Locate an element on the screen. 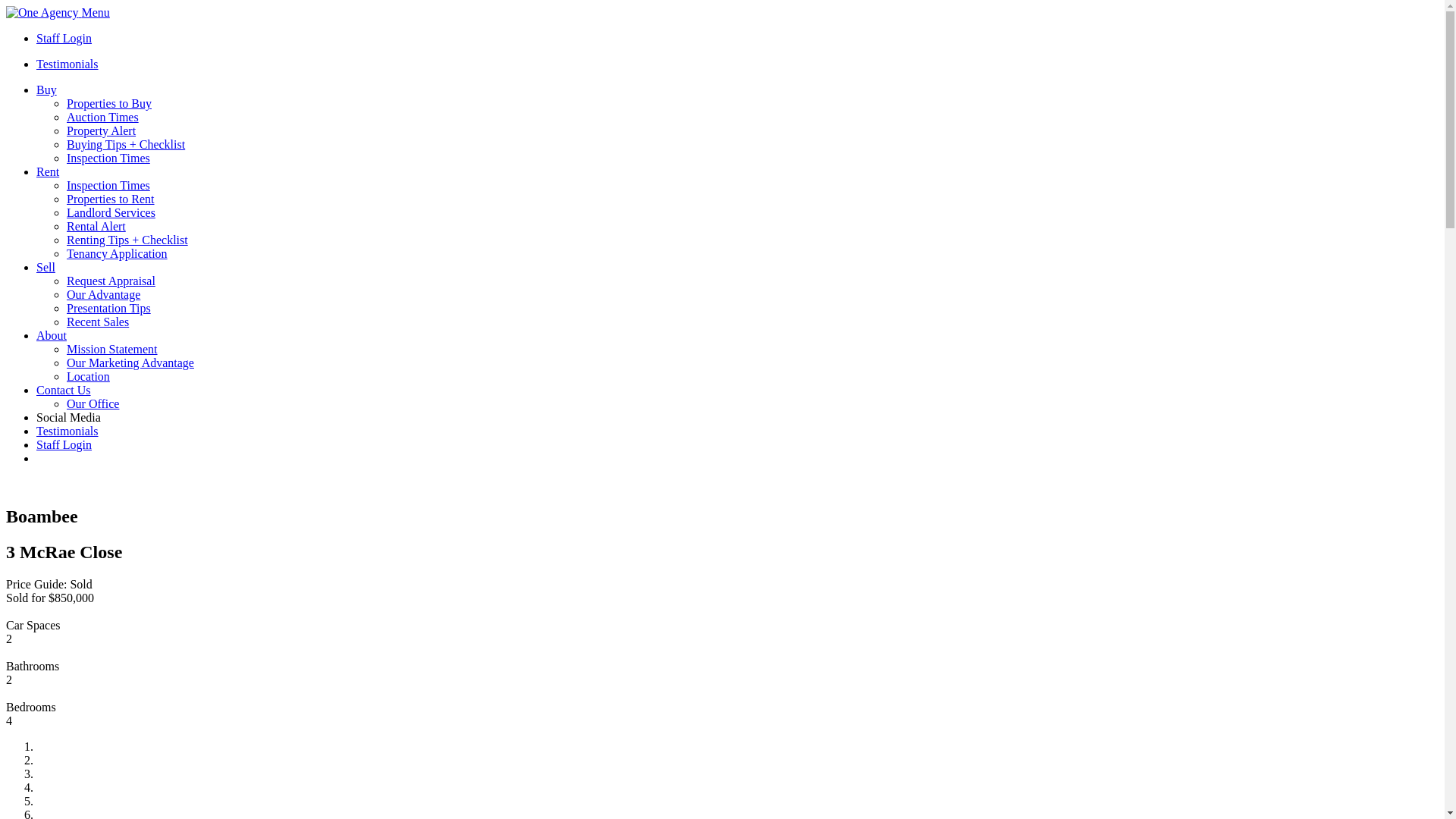 The height and width of the screenshot is (819, 1456). 'Property Alert' is located at coordinates (100, 130).